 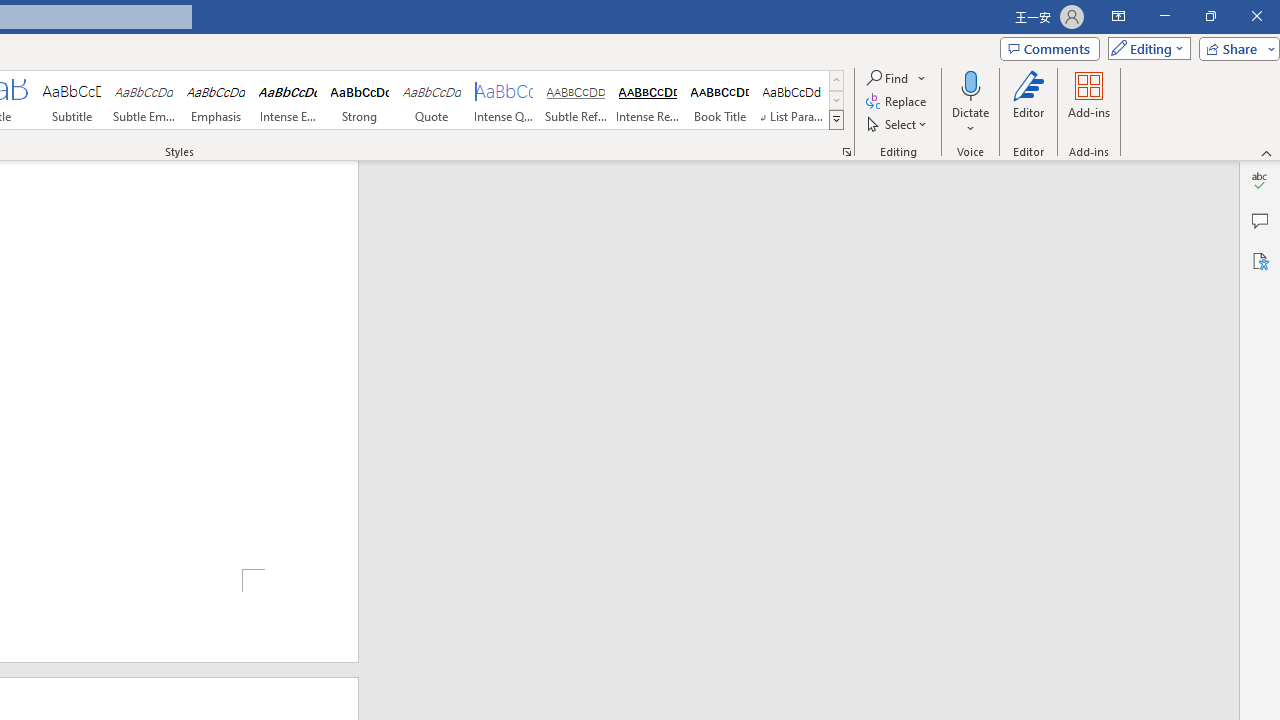 I want to click on 'Minimize', so click(x=1164, y=16).